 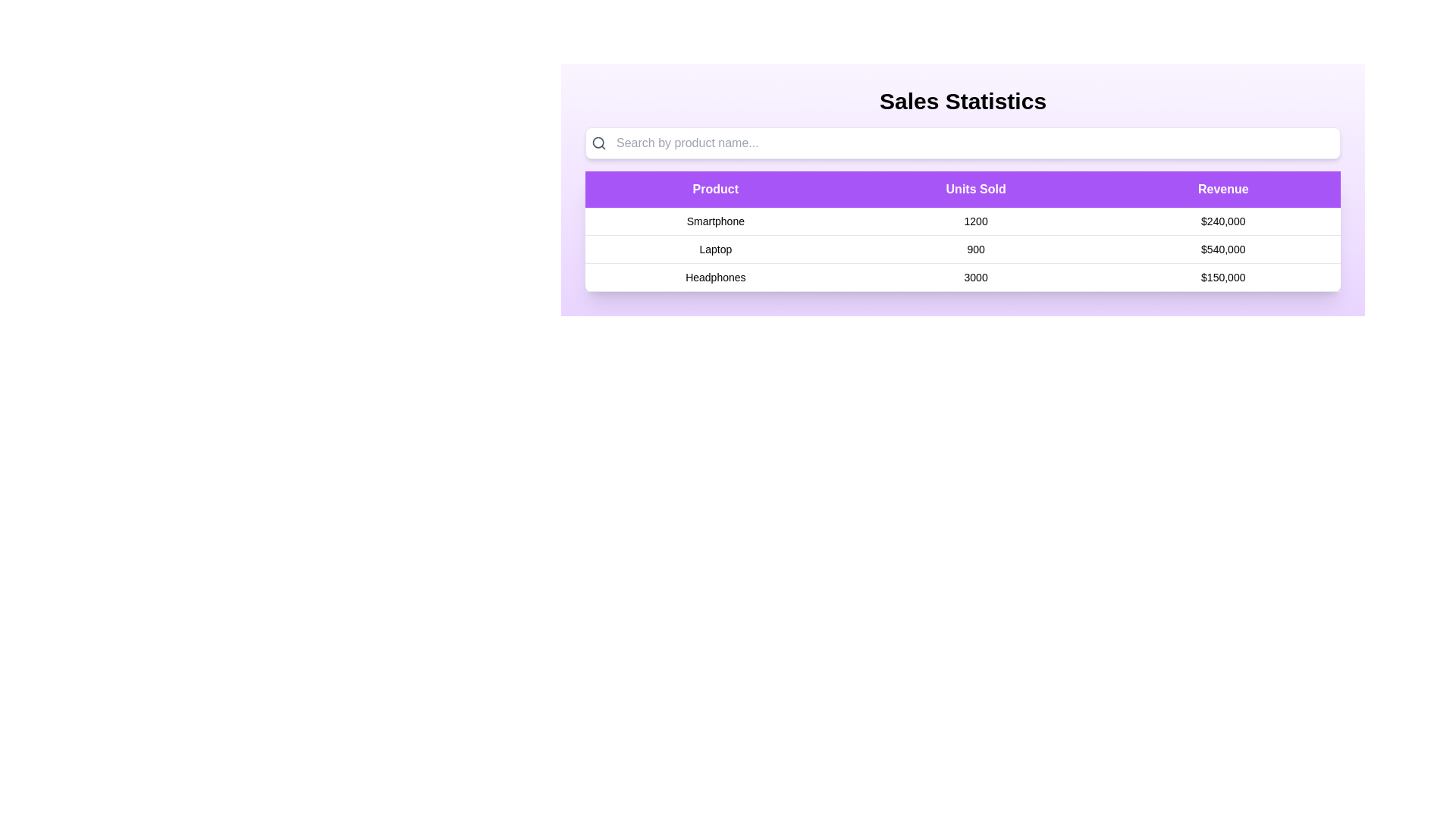 What do you see at coordinates (1223, 189) in the screenshot?
I see `the header Revenue to examine its content` at bounding box center [1223, 189].